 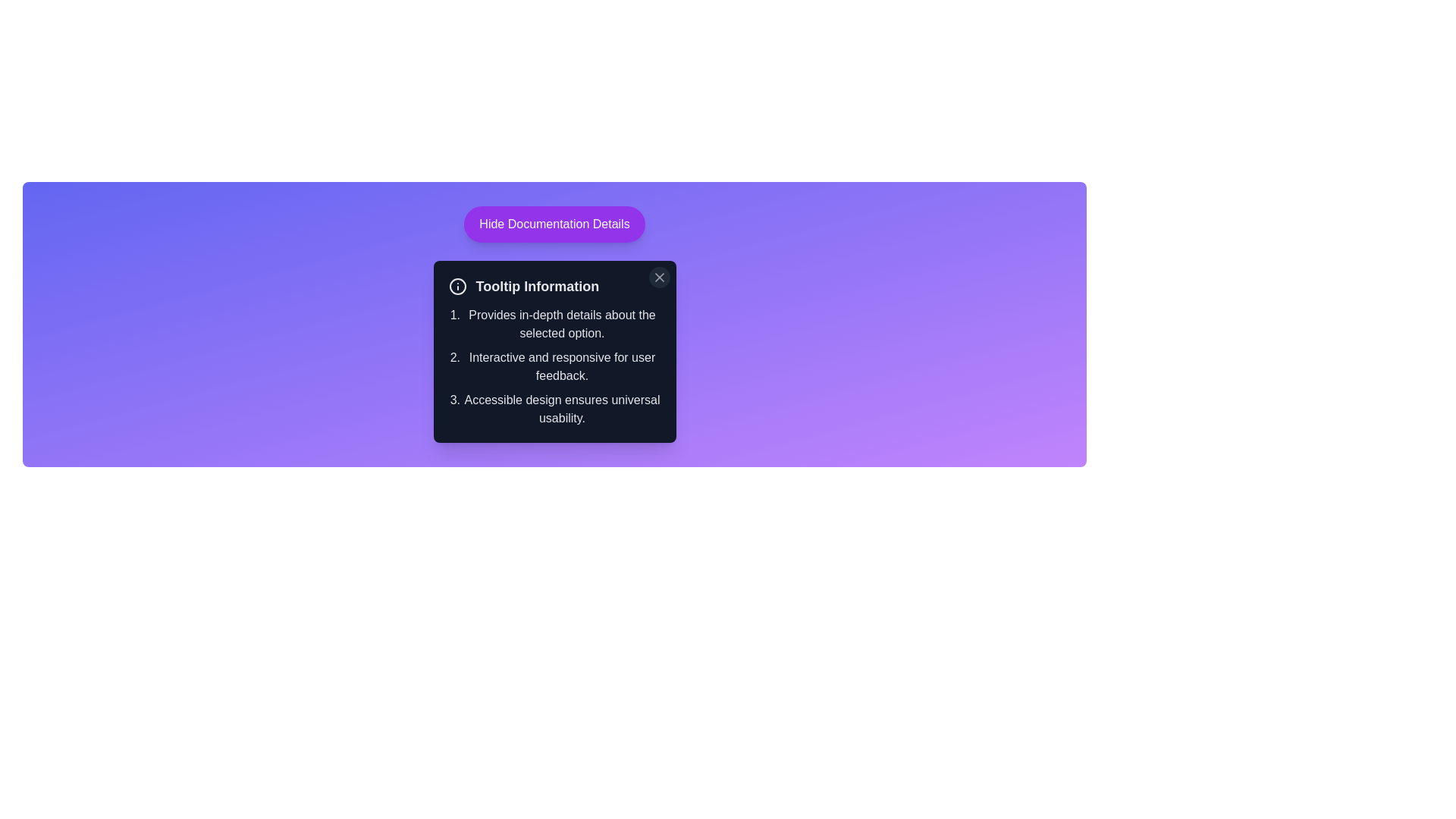 I want to click on the 'X' icon located at the top-right corner of the pop-up tooltip, so click(x=659, y=278).